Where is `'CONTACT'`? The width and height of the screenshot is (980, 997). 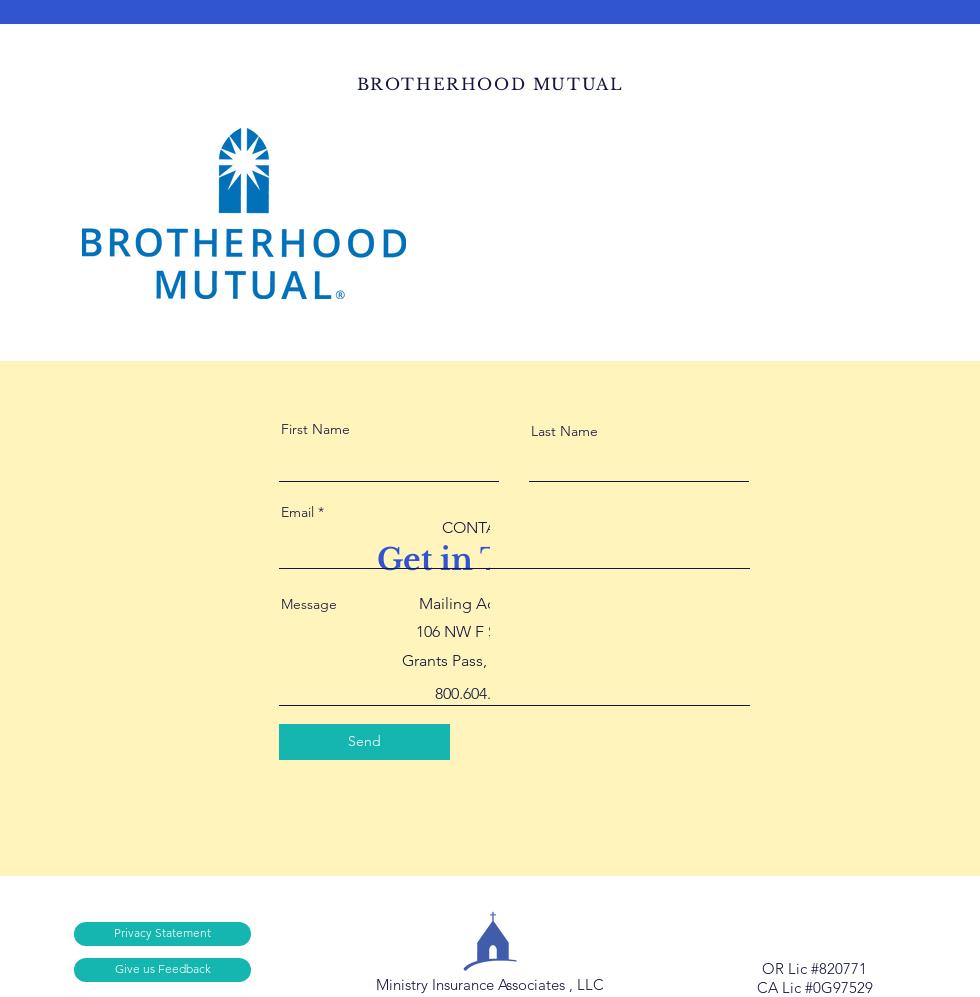
'CONTACT' is located at coordinates (441, 525).